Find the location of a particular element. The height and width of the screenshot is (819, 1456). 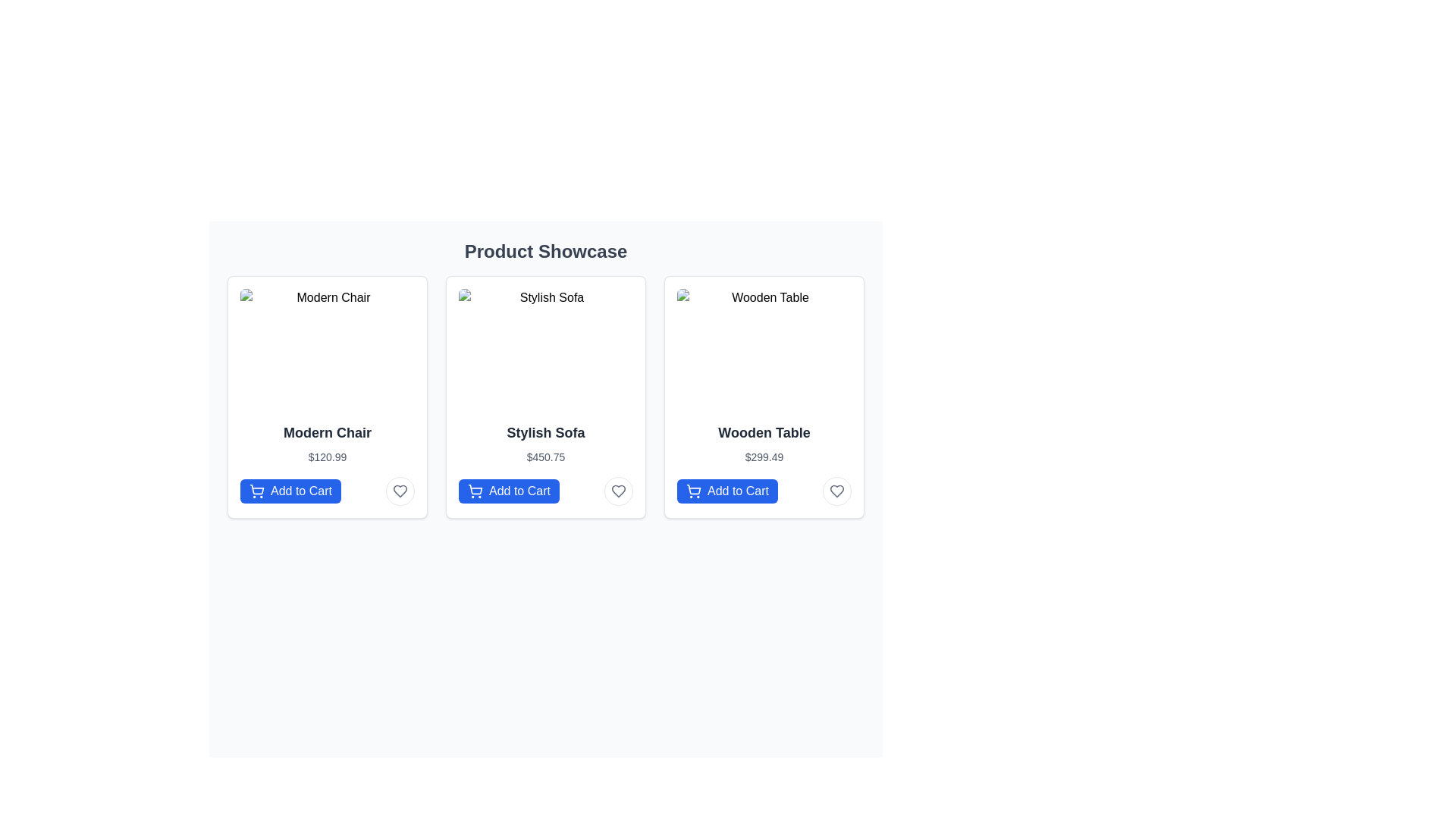

the text label or heading that serves as the title for the product section, located at the top of the section is located at coordinates (546, 250).